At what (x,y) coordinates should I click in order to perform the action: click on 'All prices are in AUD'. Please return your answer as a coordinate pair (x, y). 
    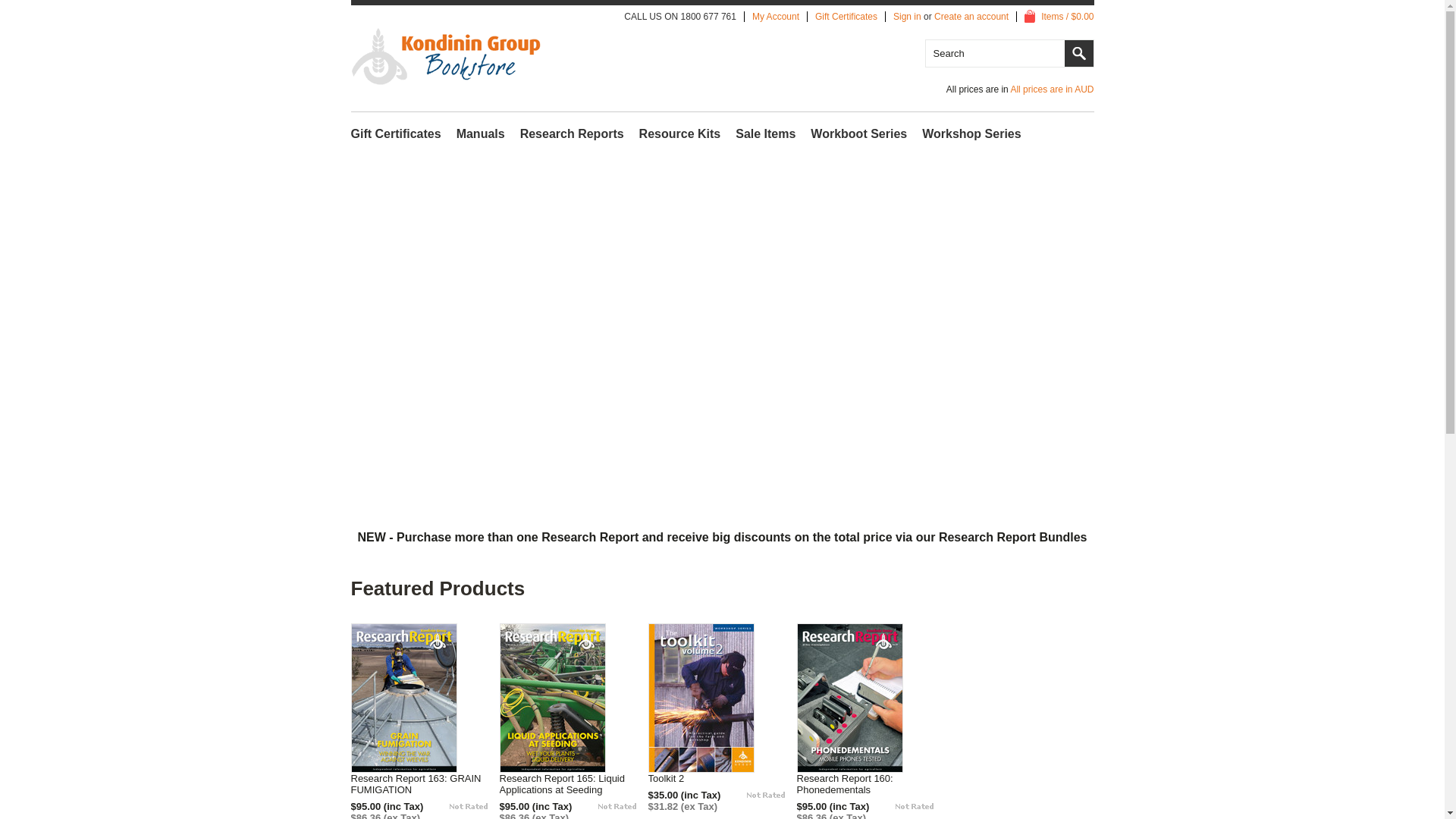
    Looking at the image, I should click on (1009, 89).